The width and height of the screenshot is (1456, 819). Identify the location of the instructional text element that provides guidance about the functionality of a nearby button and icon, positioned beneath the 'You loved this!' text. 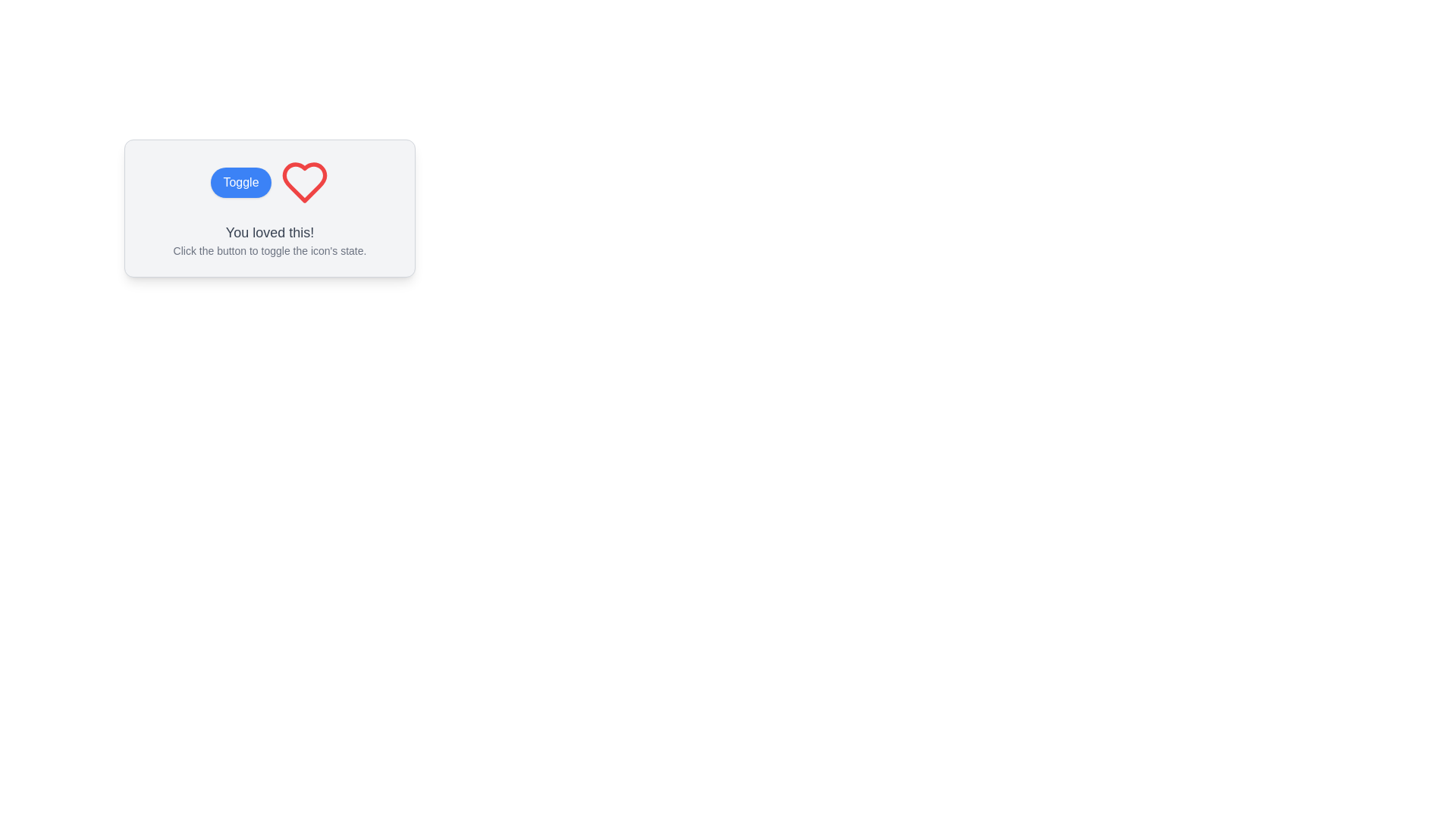
(269, 250).